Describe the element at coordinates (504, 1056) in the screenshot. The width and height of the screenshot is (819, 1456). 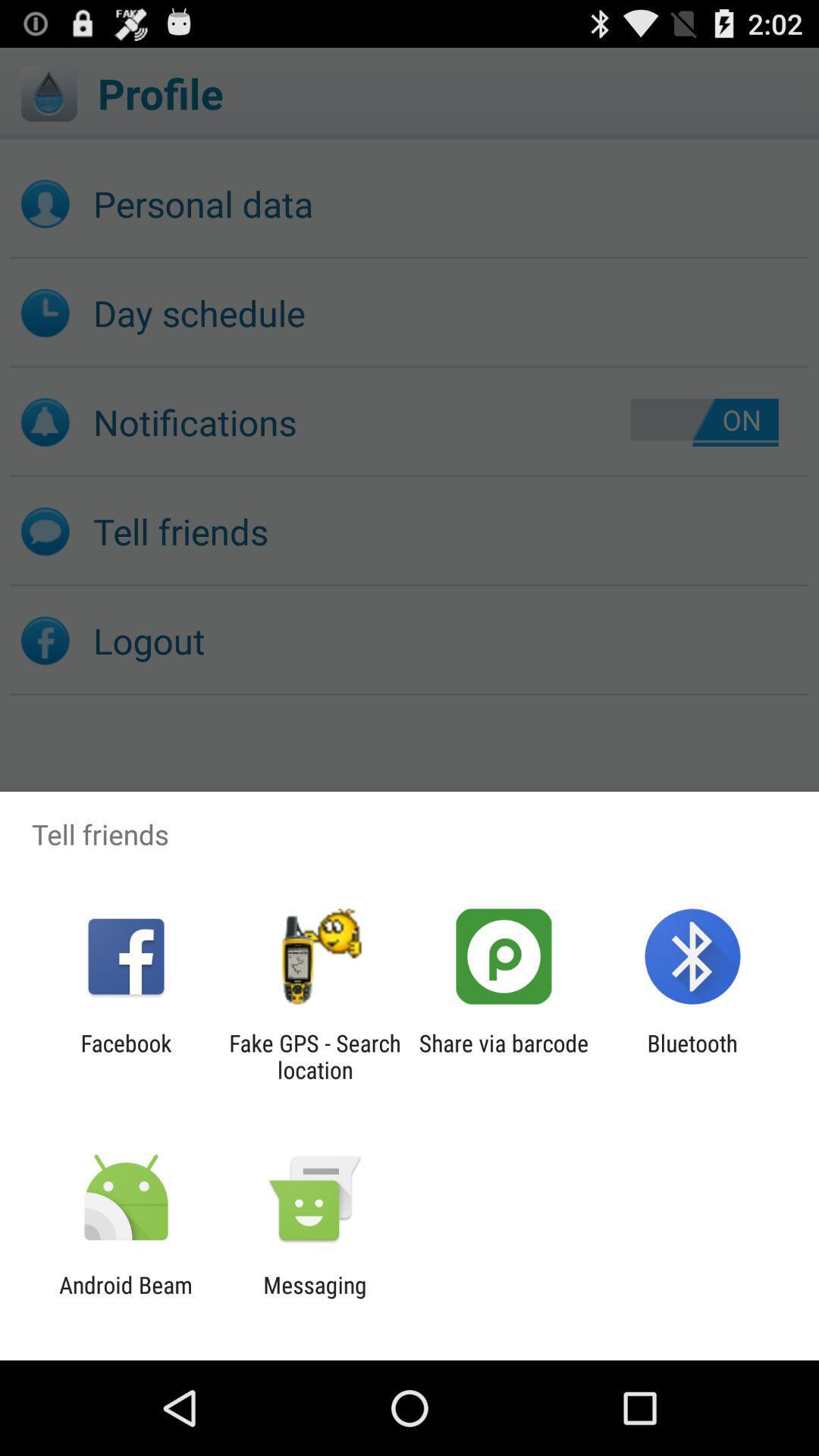
I see `app to the right of fake gps search item` at that location.